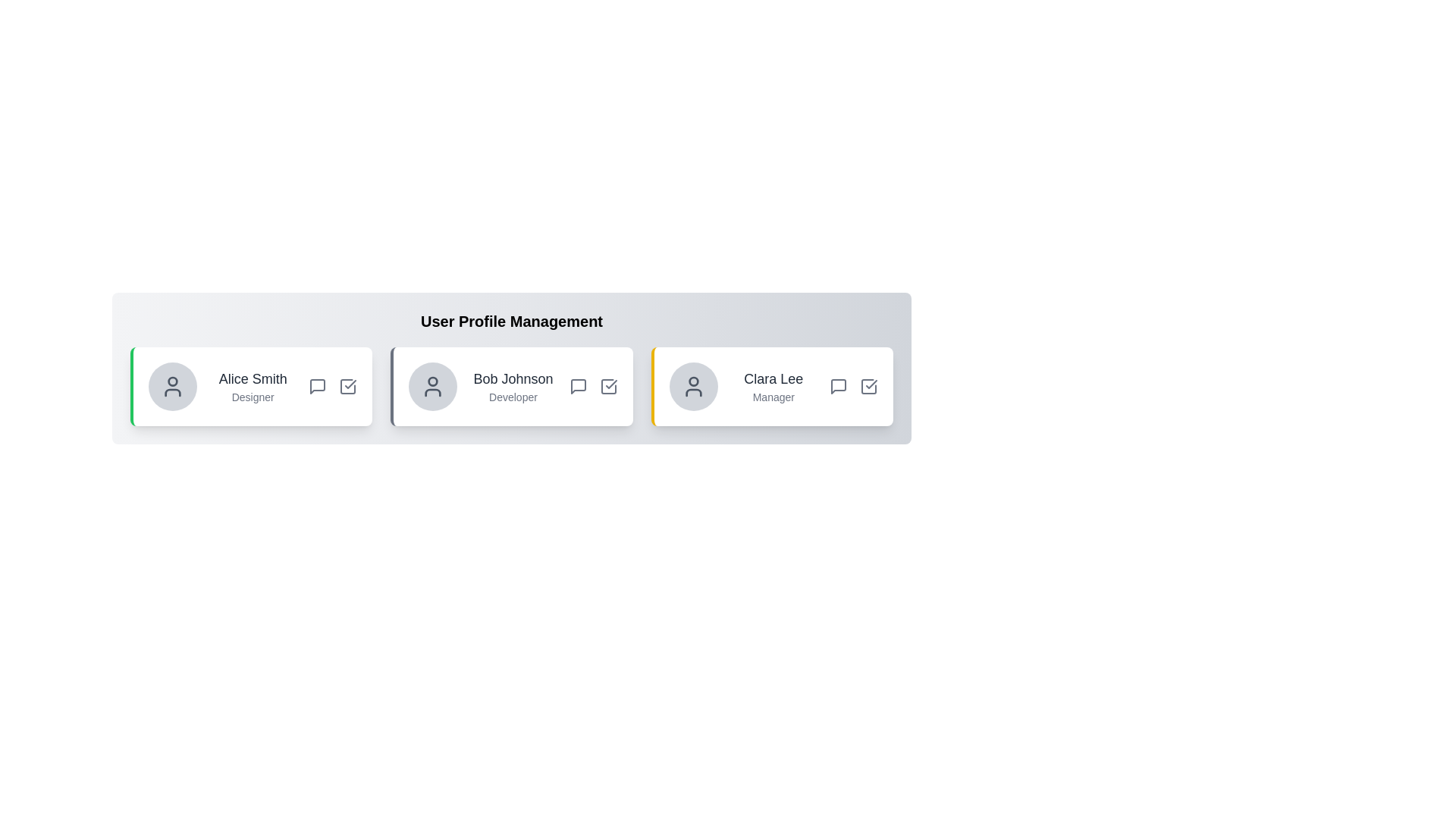 The image size is (1456, 819). What do you see at coordinates (432, 385) in the screenshot?
I see `the user profile icon located in the middle profile card above the name 'Bob Johnson' and title 'Developer'` at bounding box center [432, 385].